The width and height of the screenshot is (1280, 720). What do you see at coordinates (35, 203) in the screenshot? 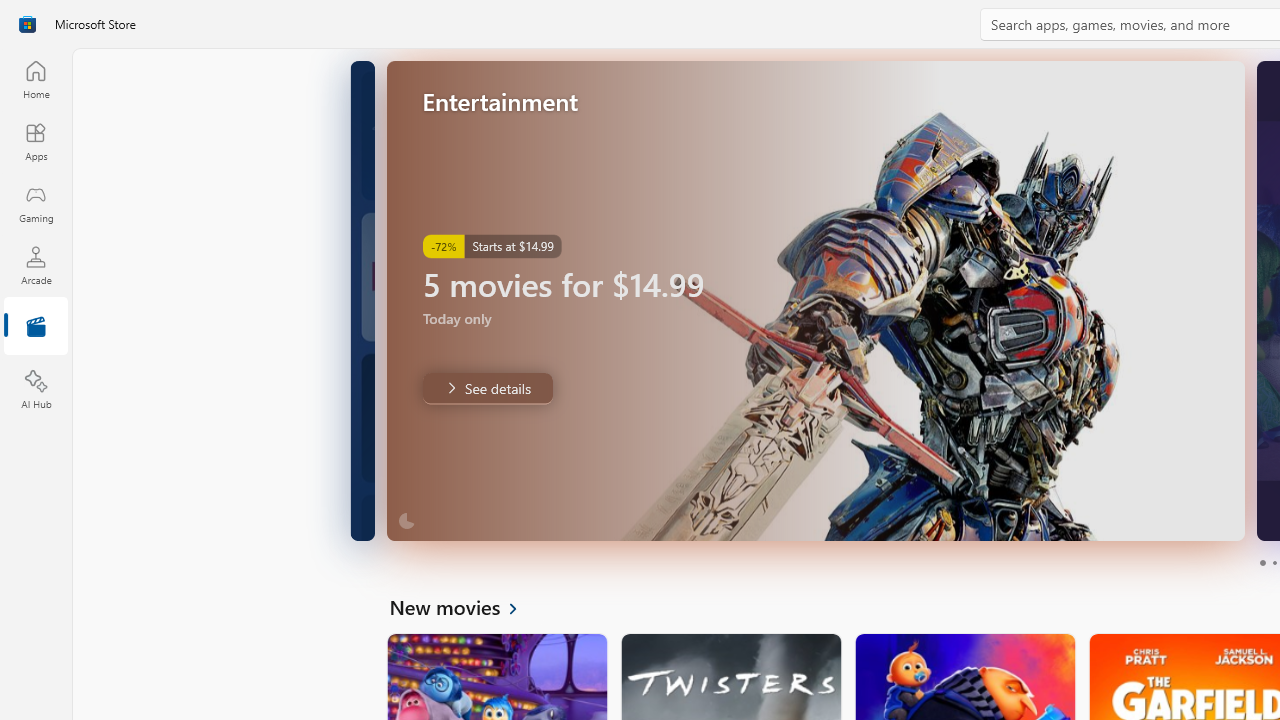
I see `'Gaming'` at bounding box center [35, 203].